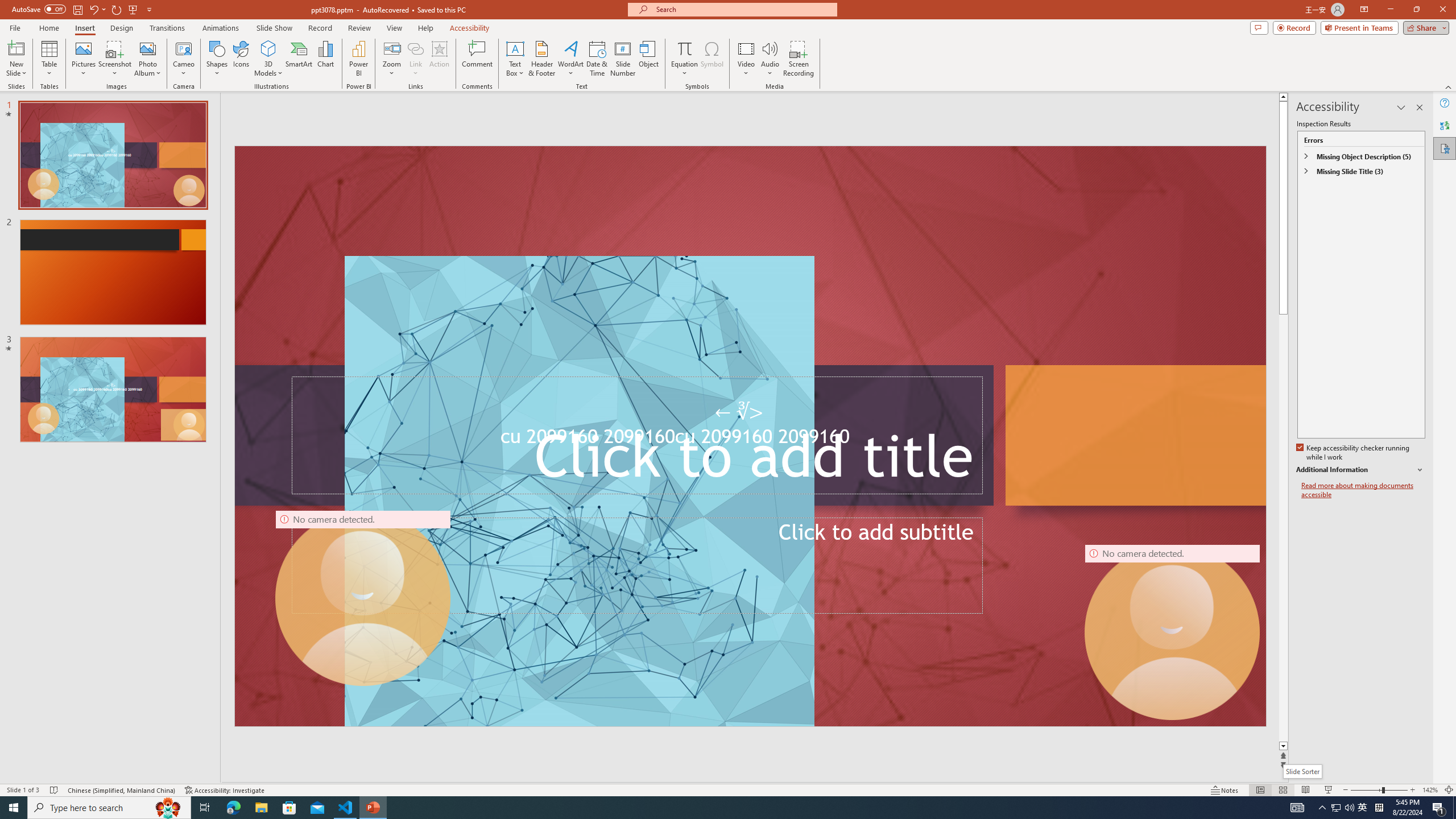 The image size is (1456, 819). What do you see at coordinates (1360, 470) in the screenshot?
I see `'Additional Information'` at bounding box center [1360, 470].